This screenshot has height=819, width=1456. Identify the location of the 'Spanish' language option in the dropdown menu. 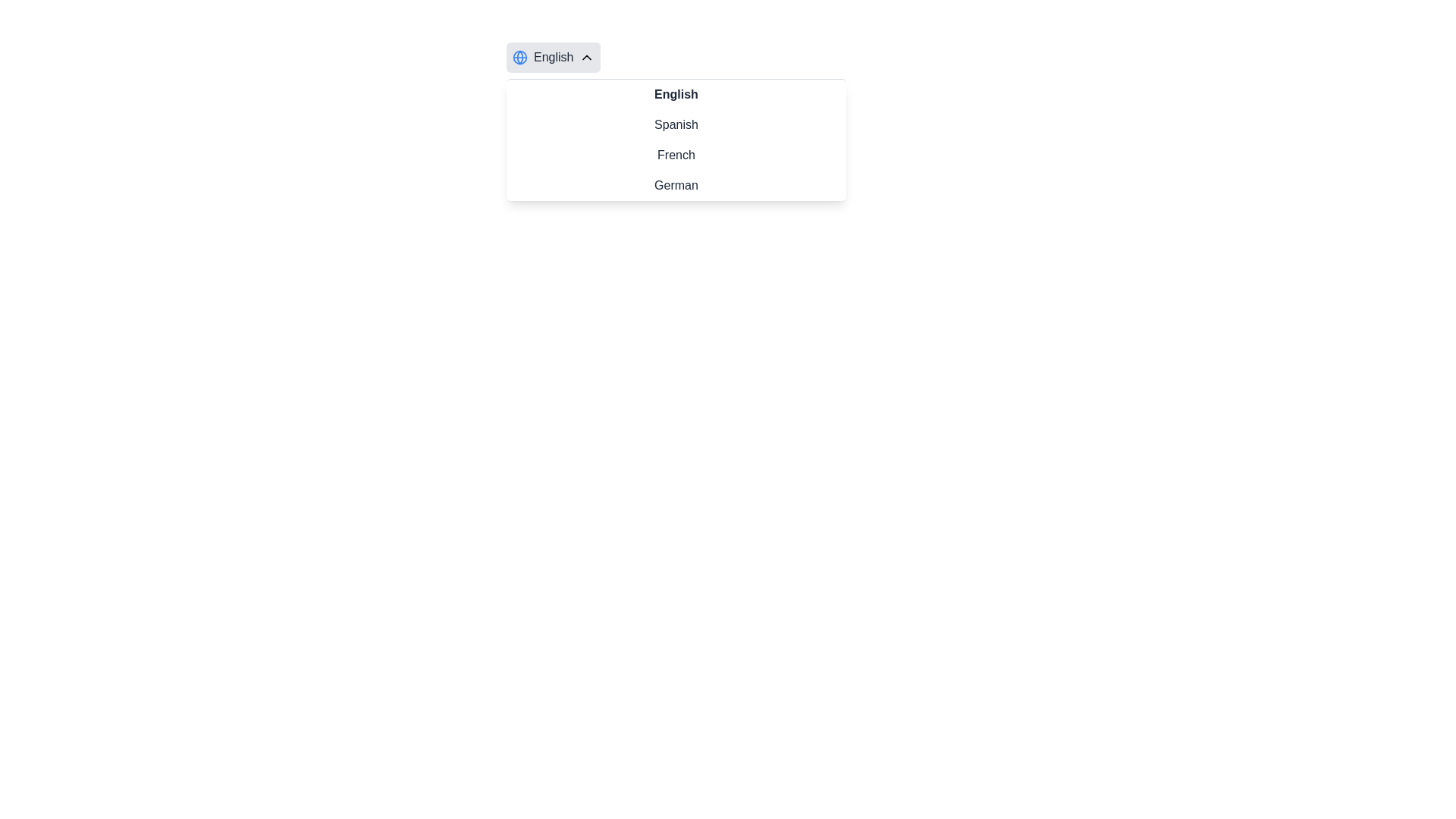
(676, 121).